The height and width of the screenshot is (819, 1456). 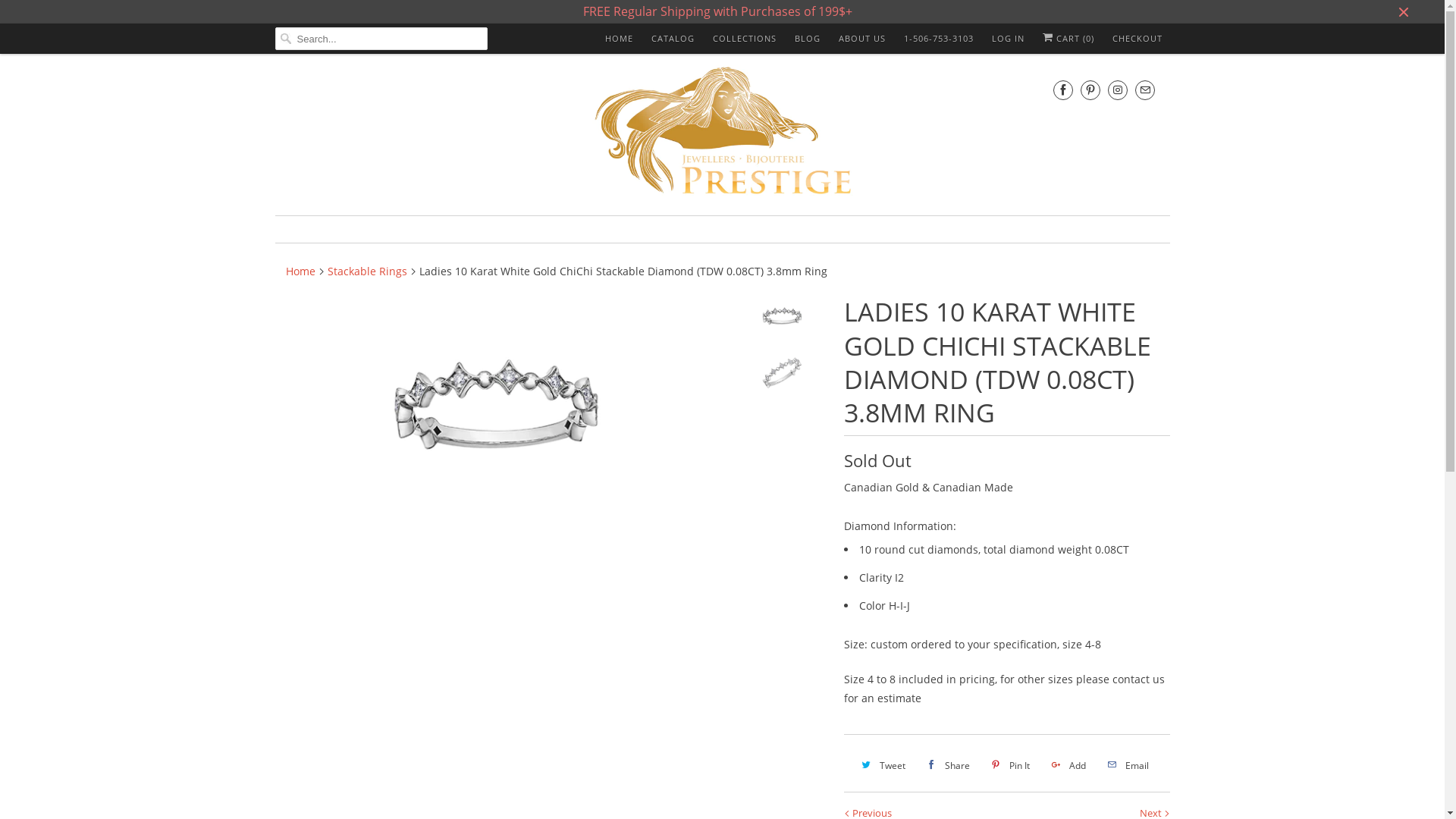 What do you see at coordinates (367, 270) in the screenshot?
I see `'Stackable Rings'` at bounding box center [367, 270].